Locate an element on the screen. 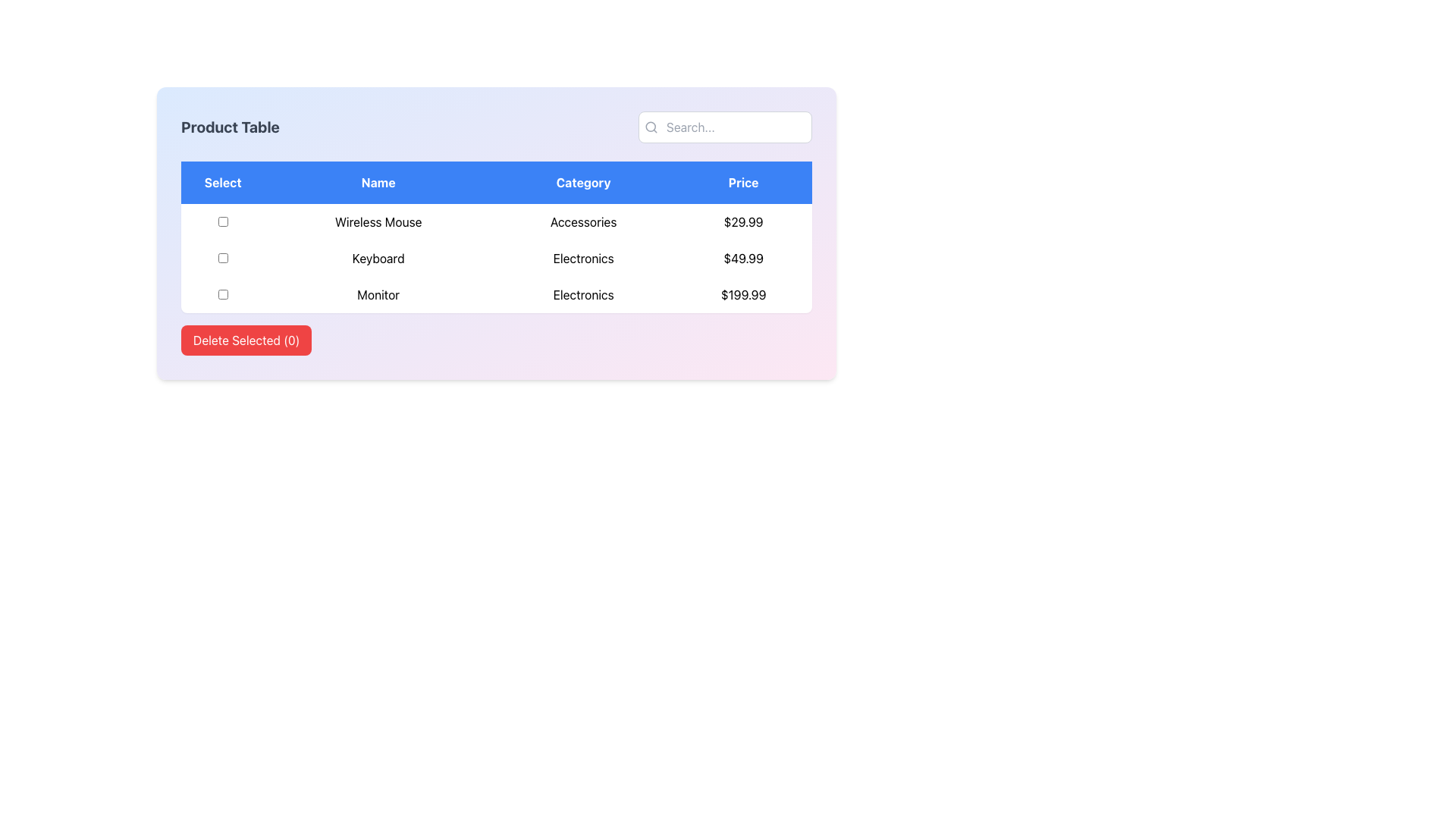  the blue rectangular button labeled 'Select', which serves as a reference for the corresponding column in the data table is located at coordinates (222, 181).